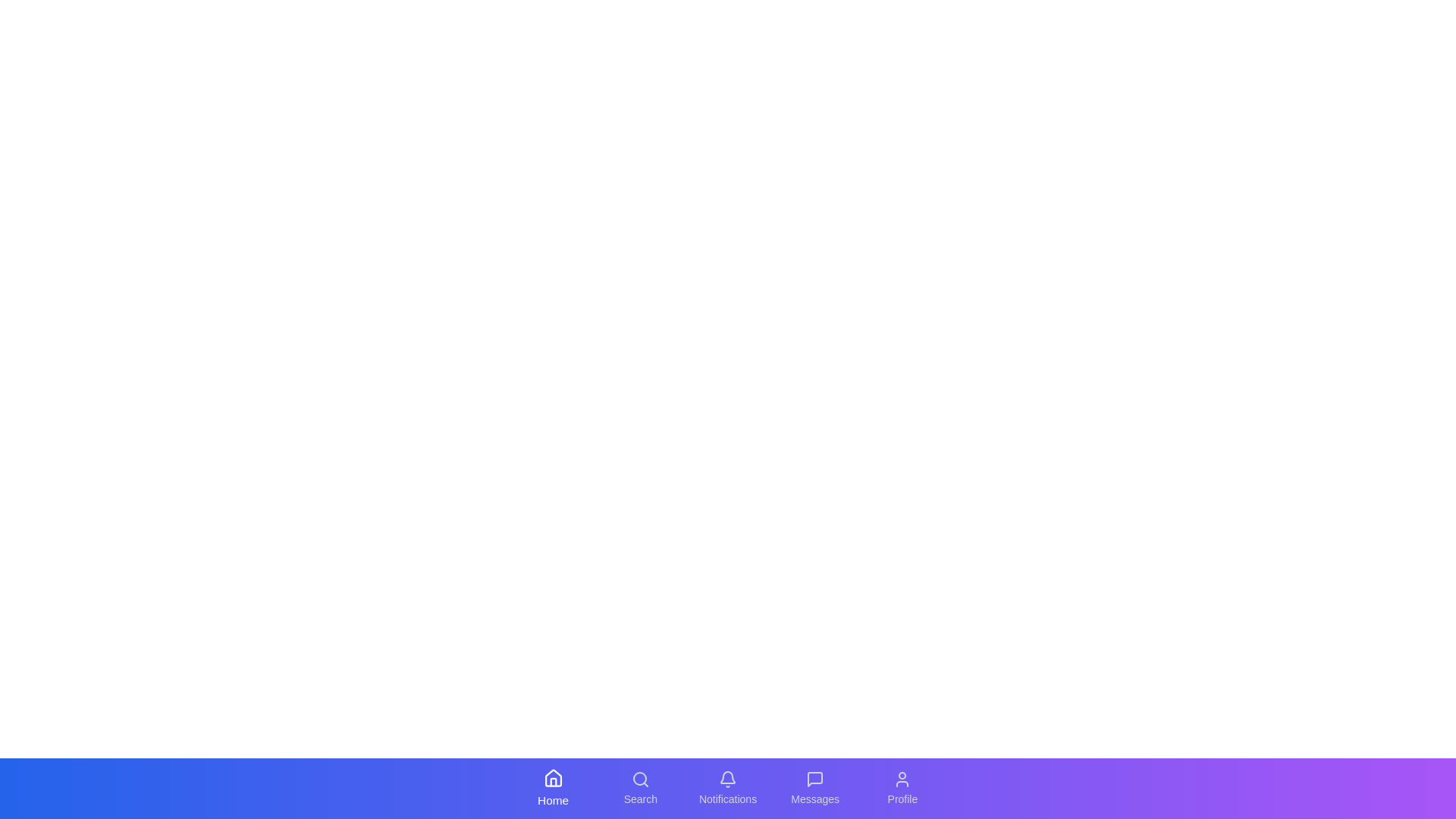  What do you see at coordinates (814, 788) in the screenshot?
I see `the Messages navigation icon to navigate to the corresponding section` at bounding box center [814, 788].